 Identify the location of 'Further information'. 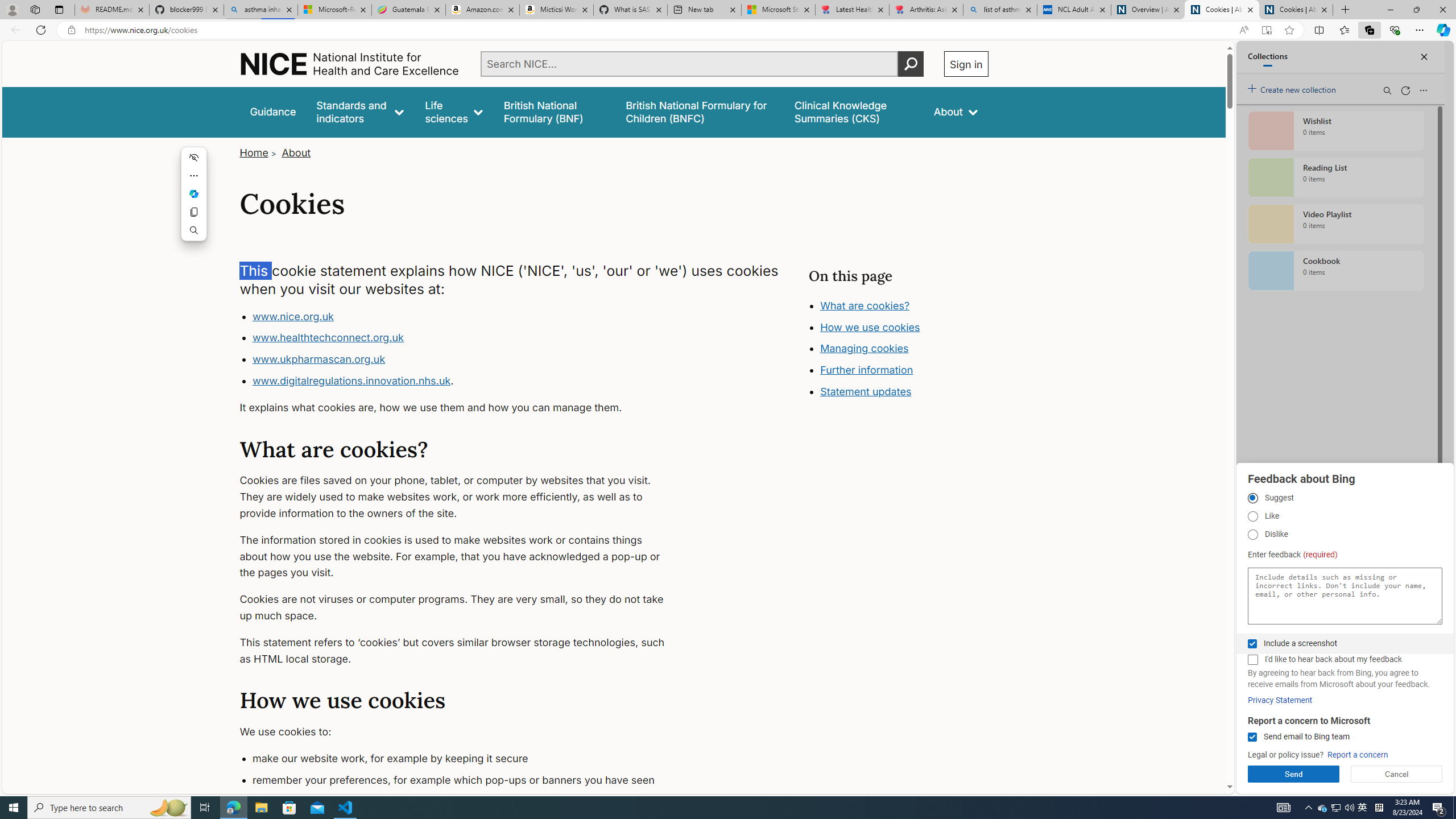
(866, 370).